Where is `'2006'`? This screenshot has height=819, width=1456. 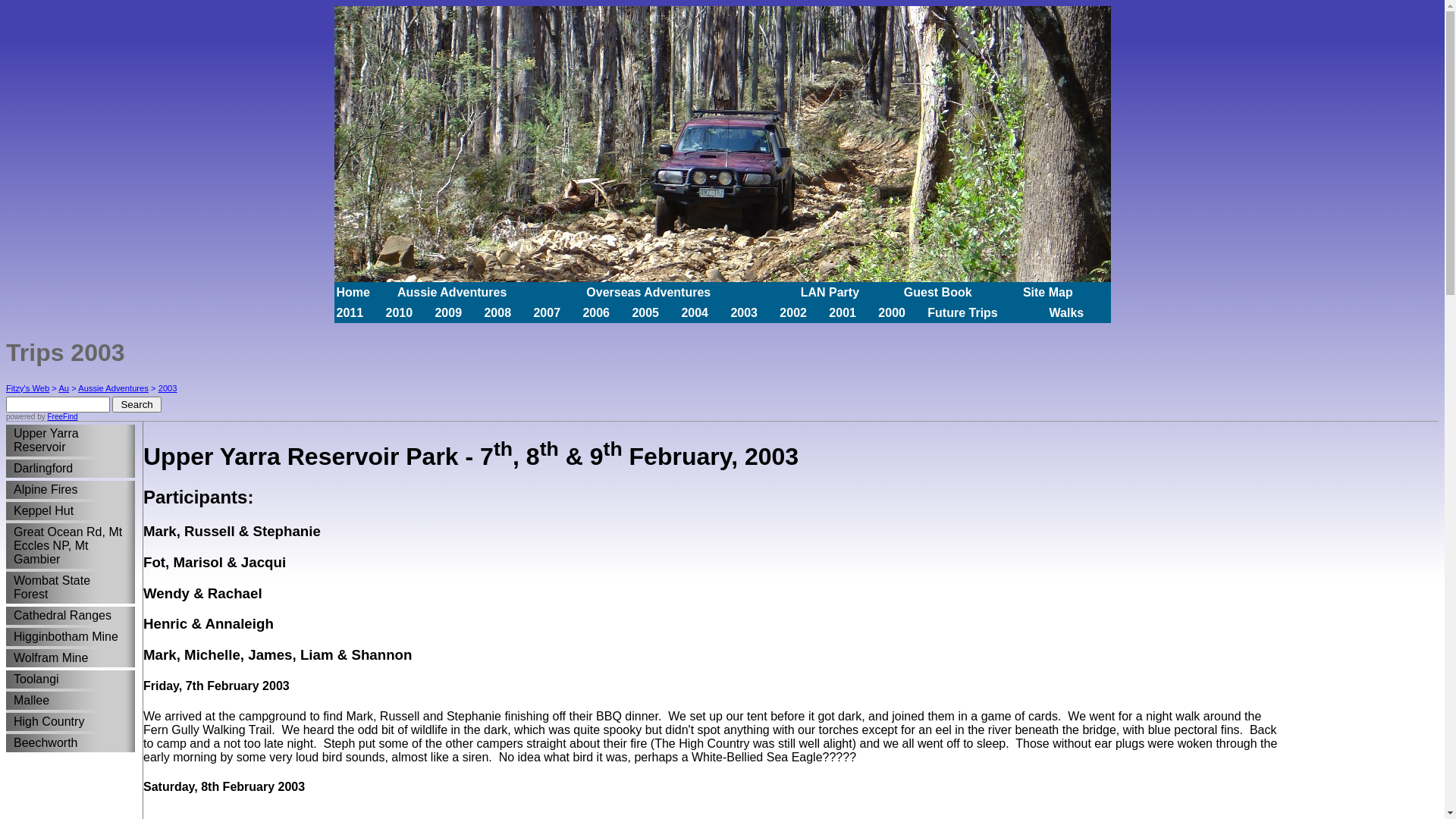
'2006' is located at coordinates (595, 312).